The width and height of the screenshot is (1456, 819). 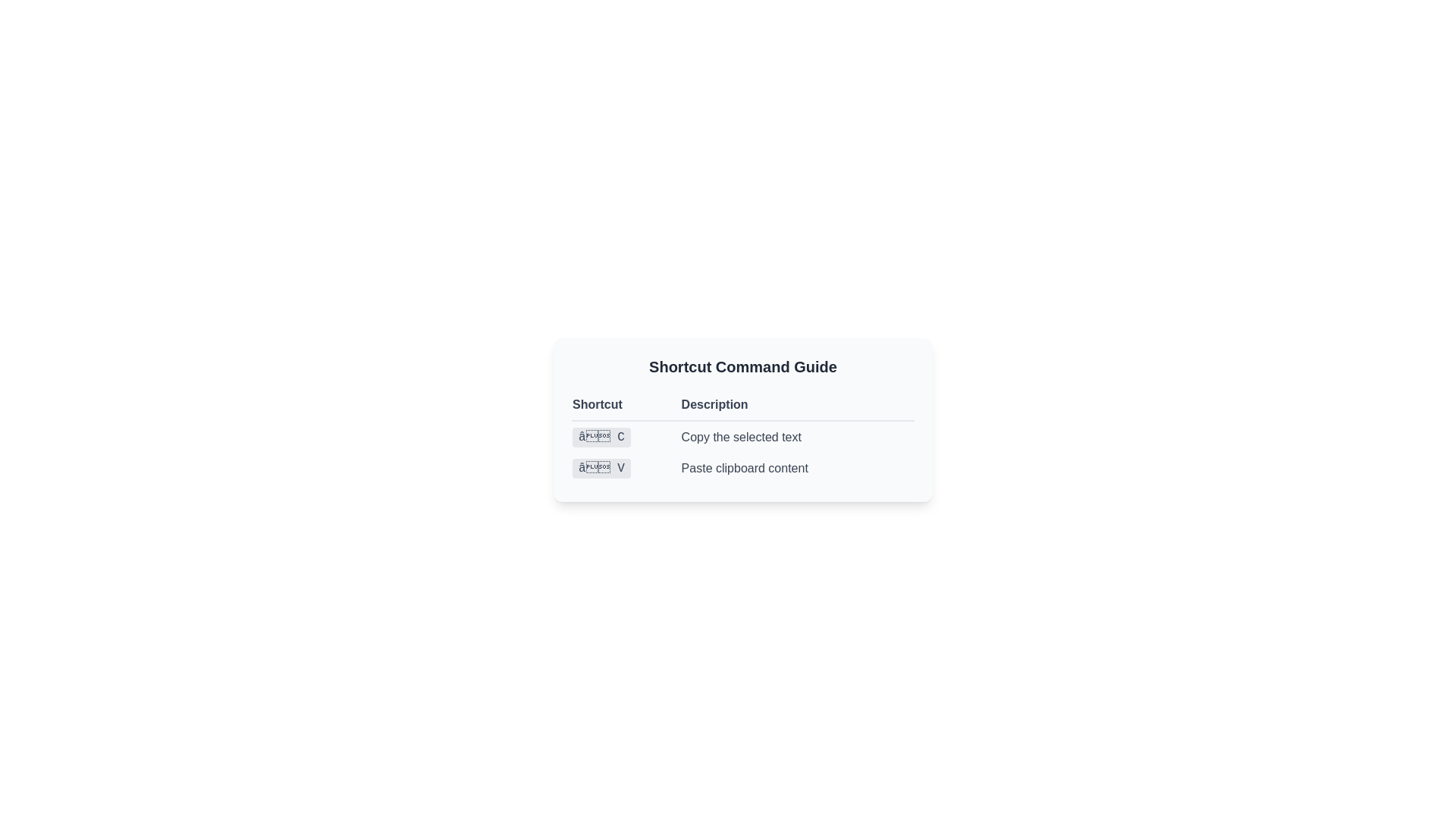 What do you see at coordinates (601, 438) in the screenshot?
I see `the Text label displaying the keyboard shortcut '⌘ C', which is located in the first row of the shortcut column within the 'Shortcut Command Guide' section` at bounding box center [601, 438].